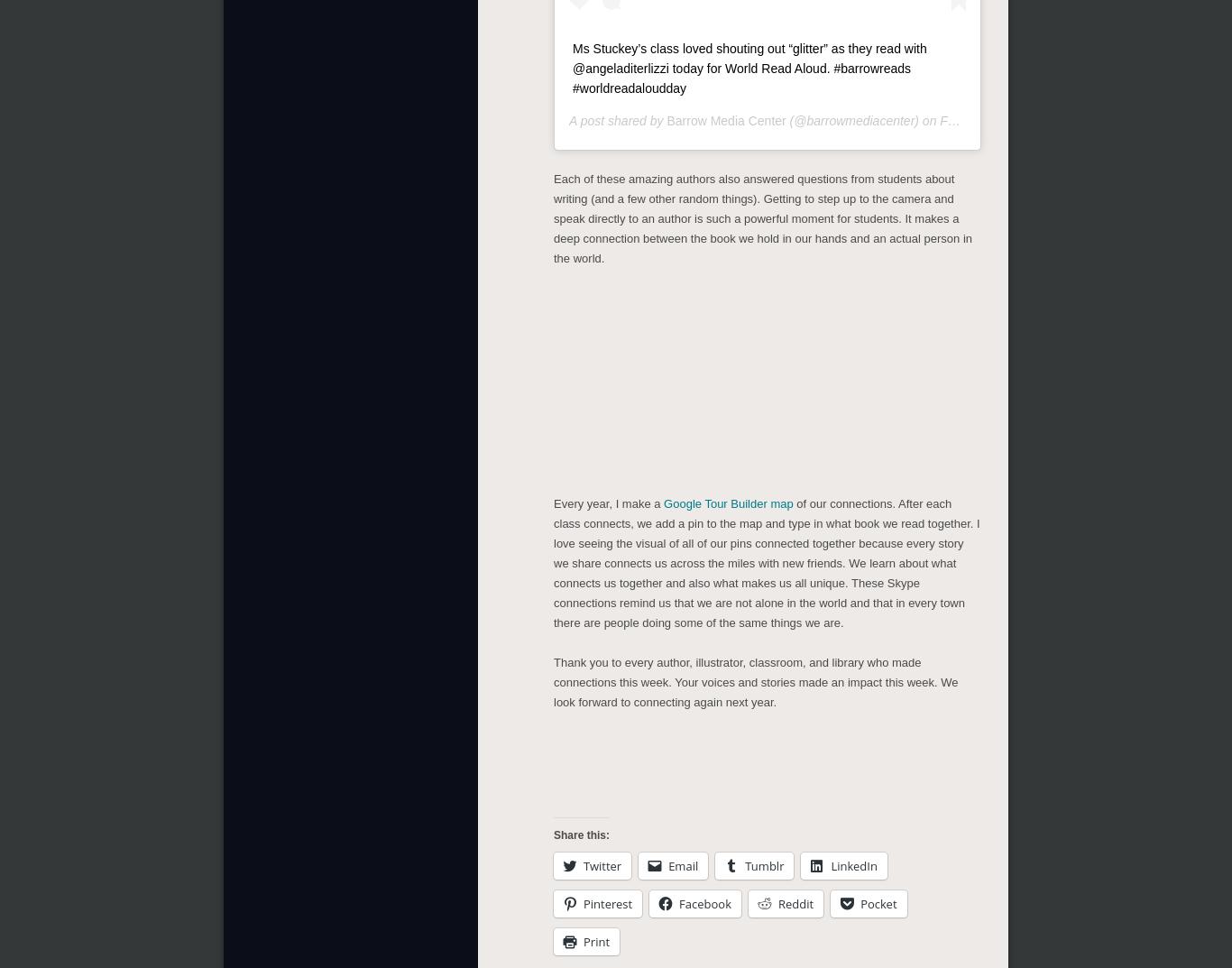  Describe the element at coordinates (878, 899) in the screenshot. I see `'Pocket'` at that location.